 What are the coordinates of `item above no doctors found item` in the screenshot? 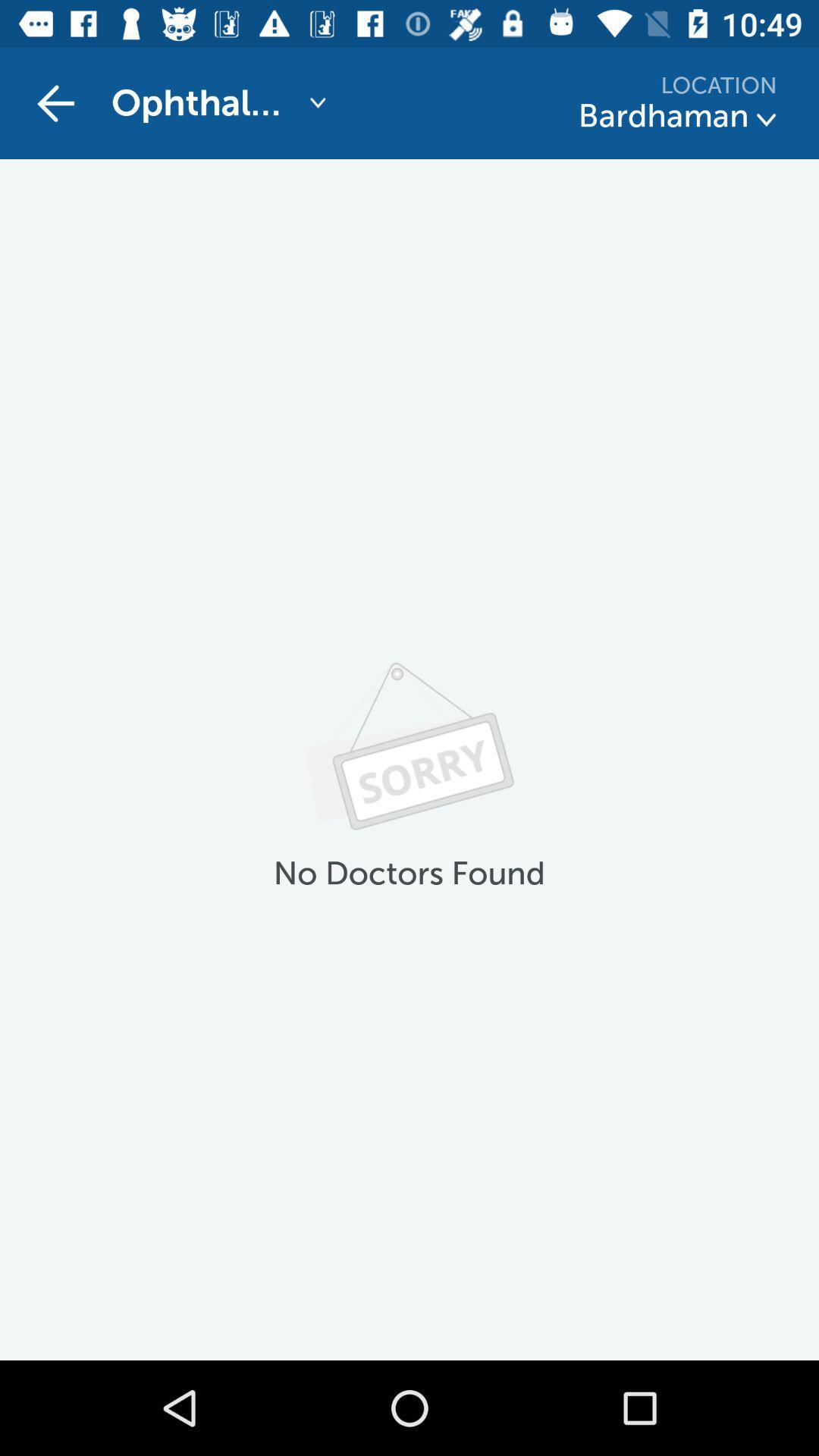 It's located at (55, 102).